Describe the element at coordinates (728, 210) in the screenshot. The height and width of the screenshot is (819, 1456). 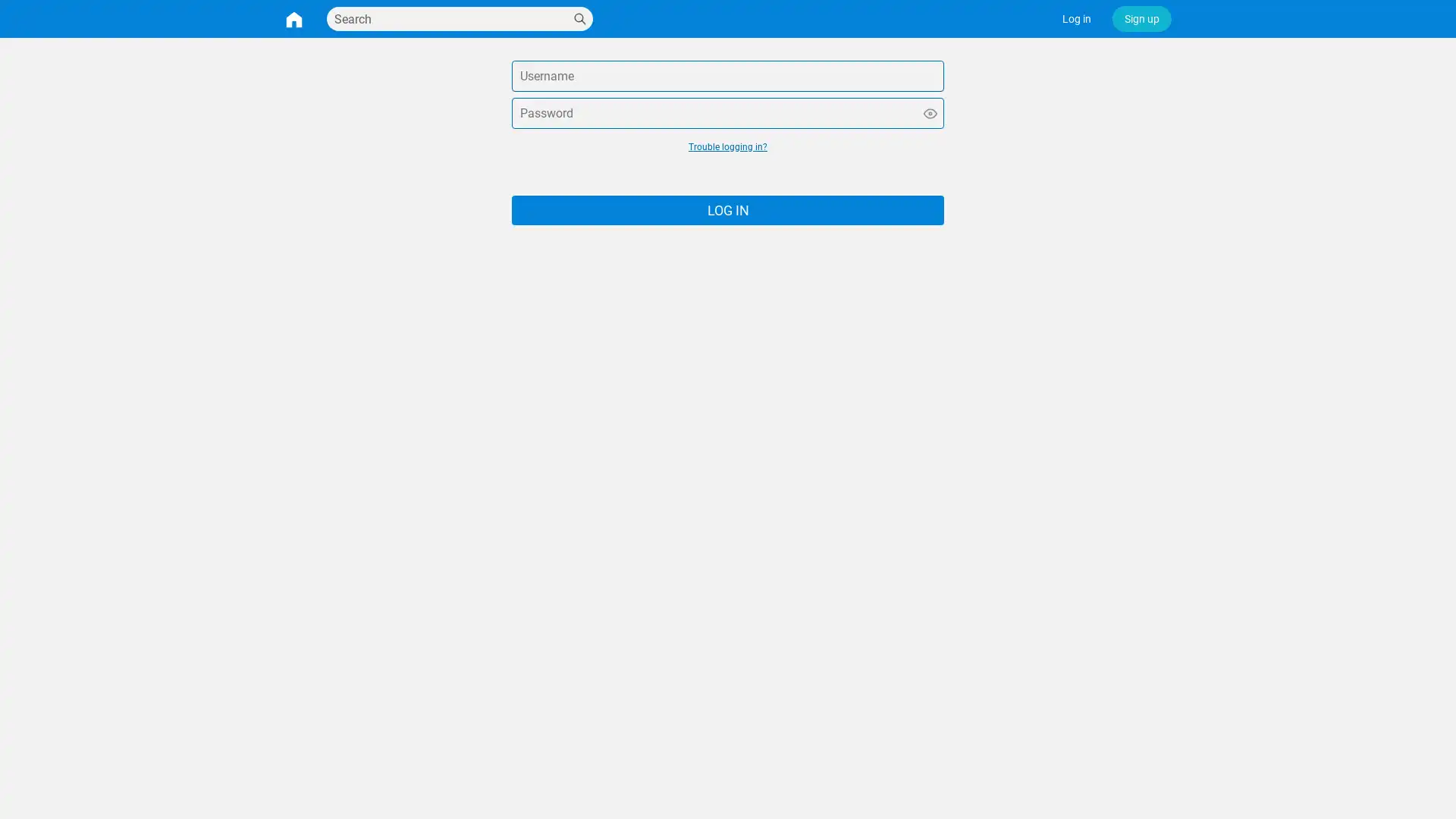
I see `LOG IN` at that location.